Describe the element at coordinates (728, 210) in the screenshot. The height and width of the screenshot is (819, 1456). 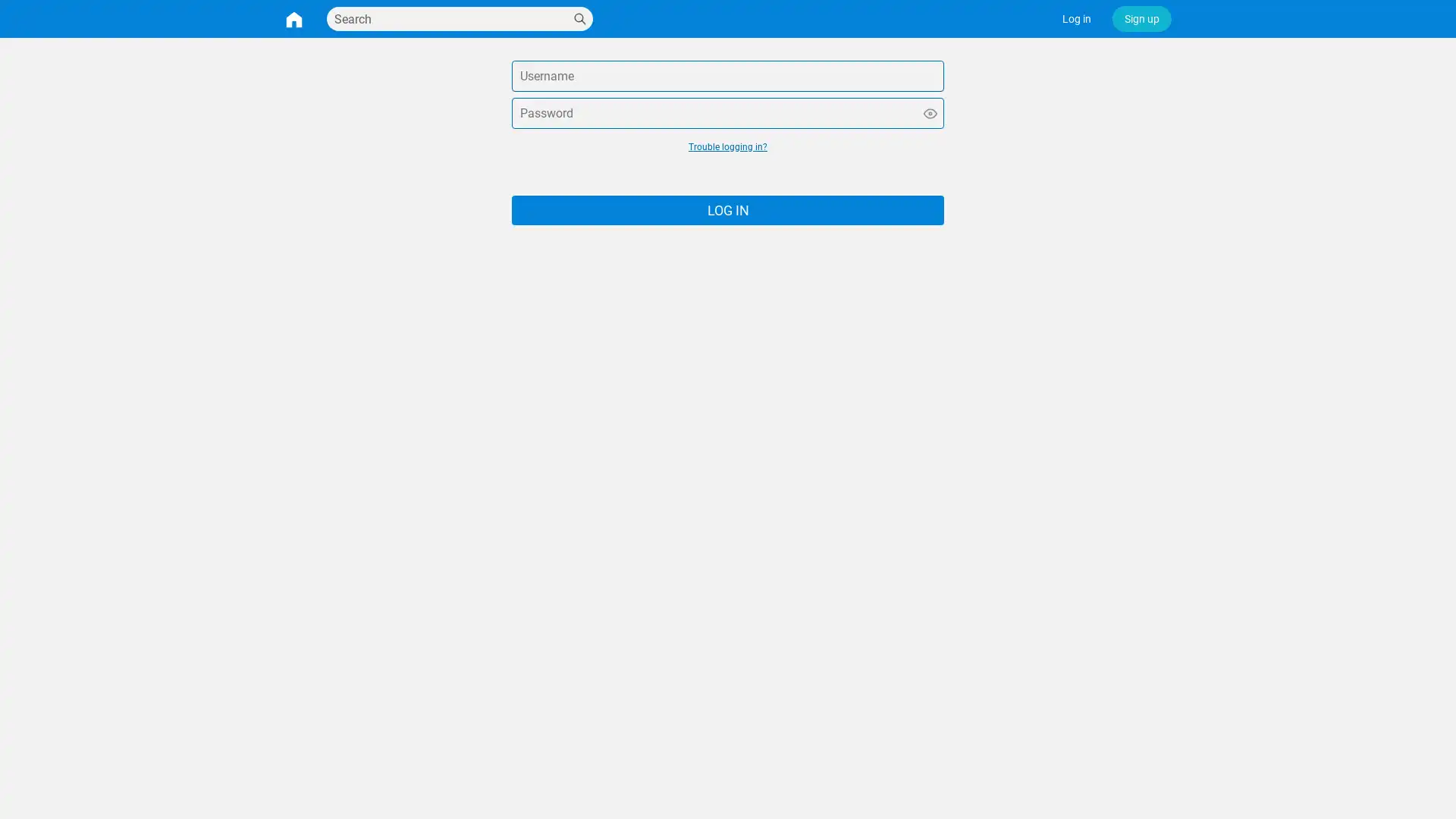
I see `LOG IN` at that location.